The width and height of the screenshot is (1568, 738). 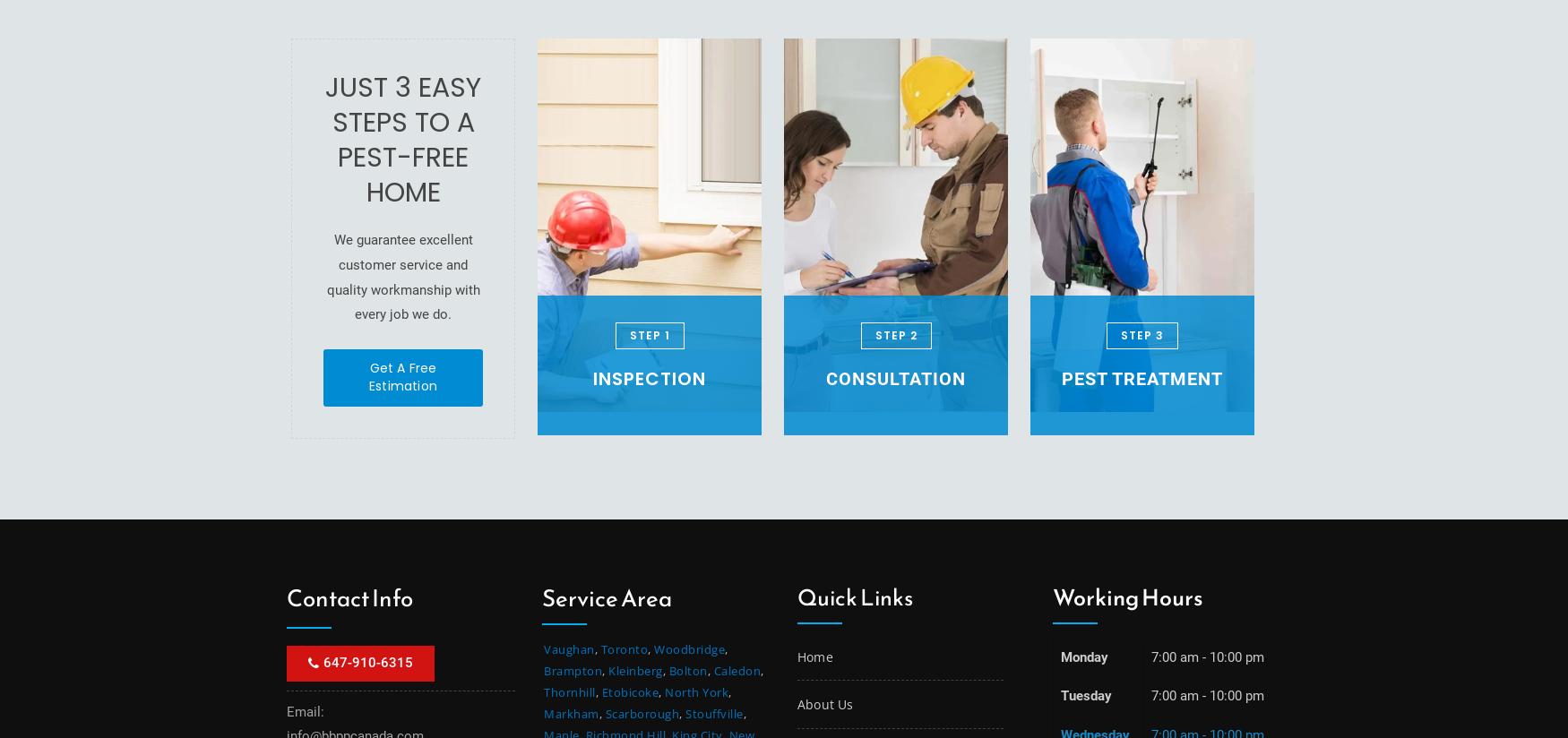 What do you see at coordinates (855, 596) in the screenshot?
I see `'Quick Links'` at bounding box center [855, 596].